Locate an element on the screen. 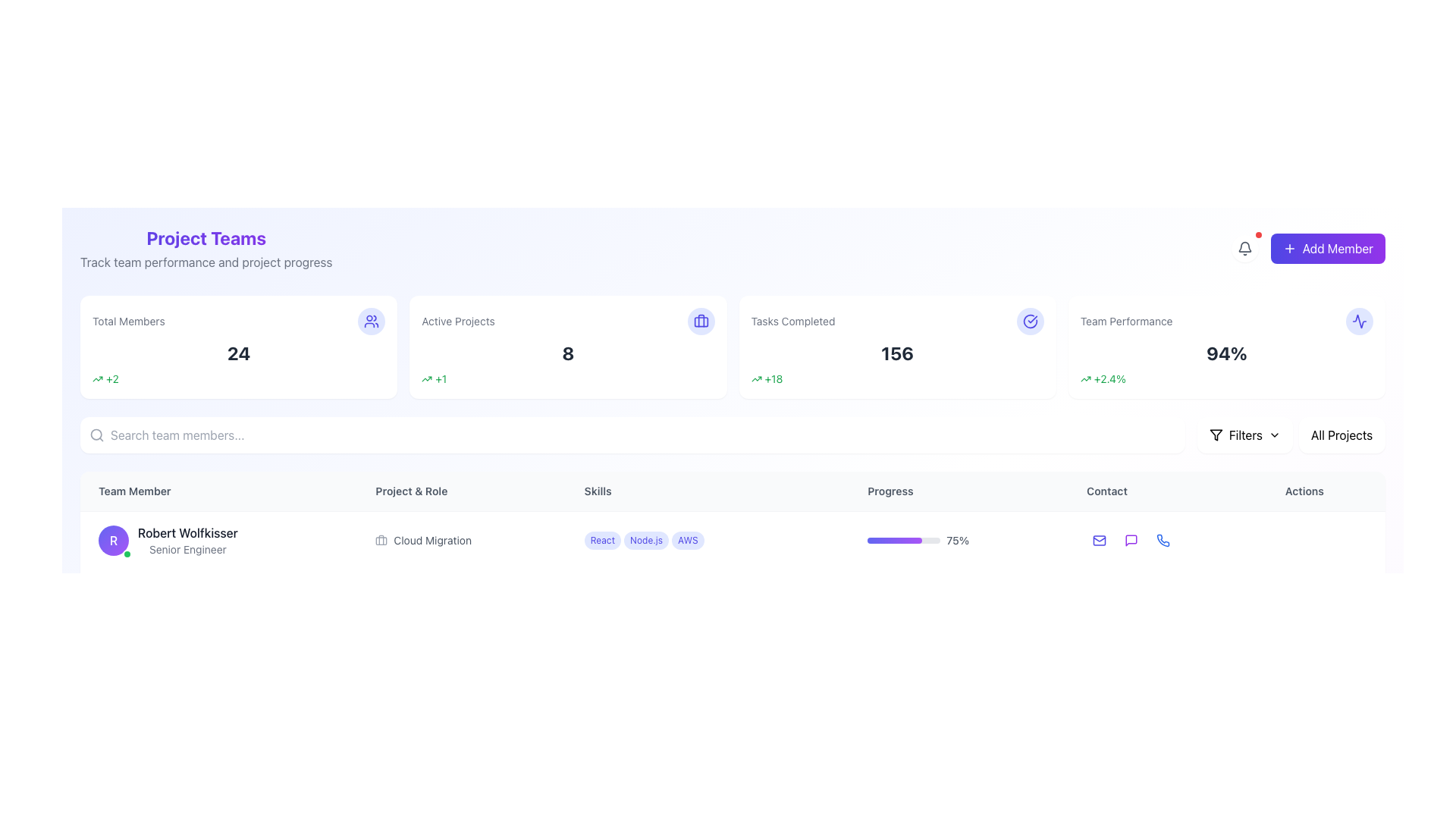 This screenshot has height=819, width=1456. the appearance of the icon located in the upper-right corner of the 'Team Performance' card is located at coordinates (1360, 321).